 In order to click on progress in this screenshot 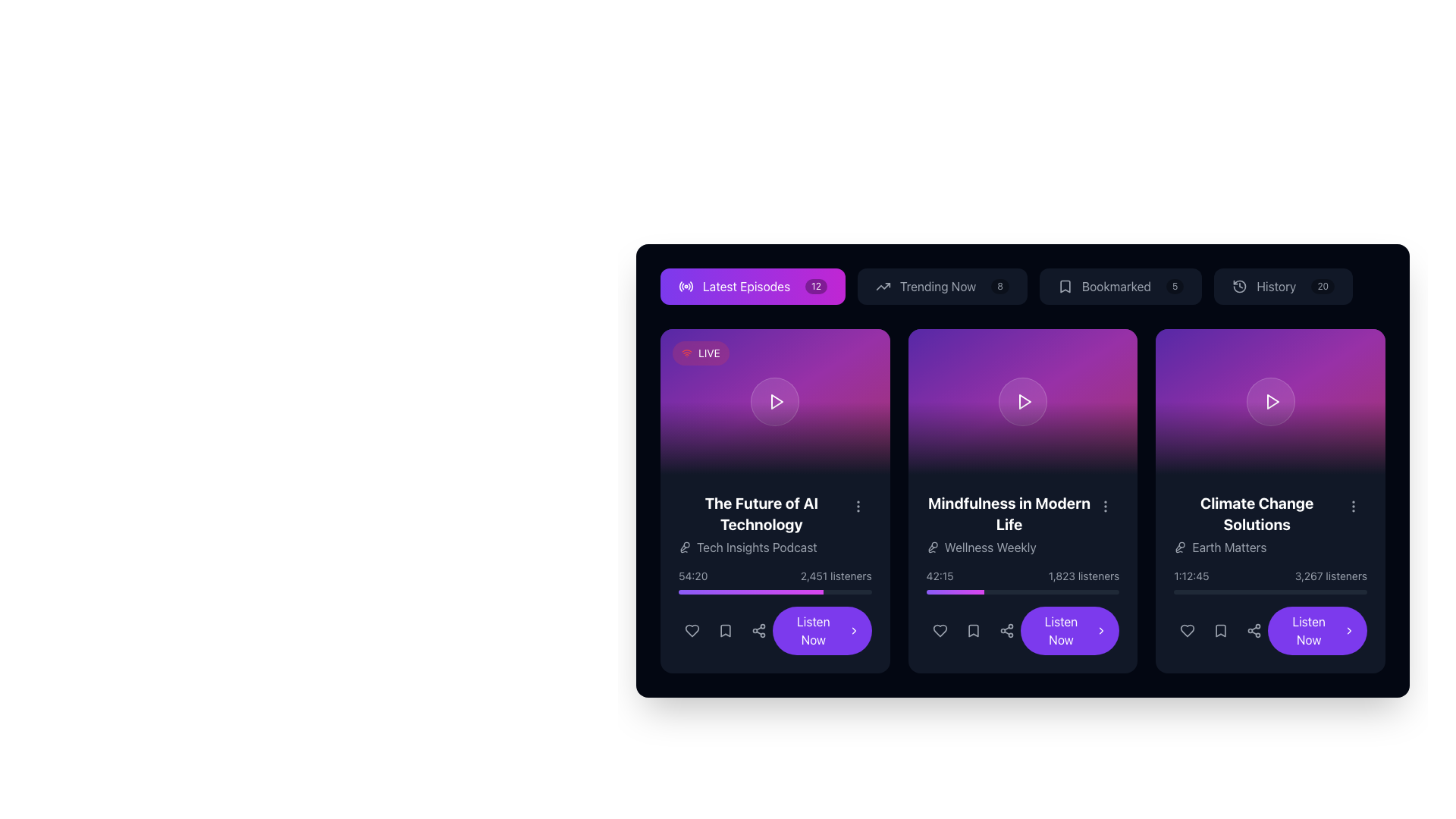, I will do `click(971, 591)`.